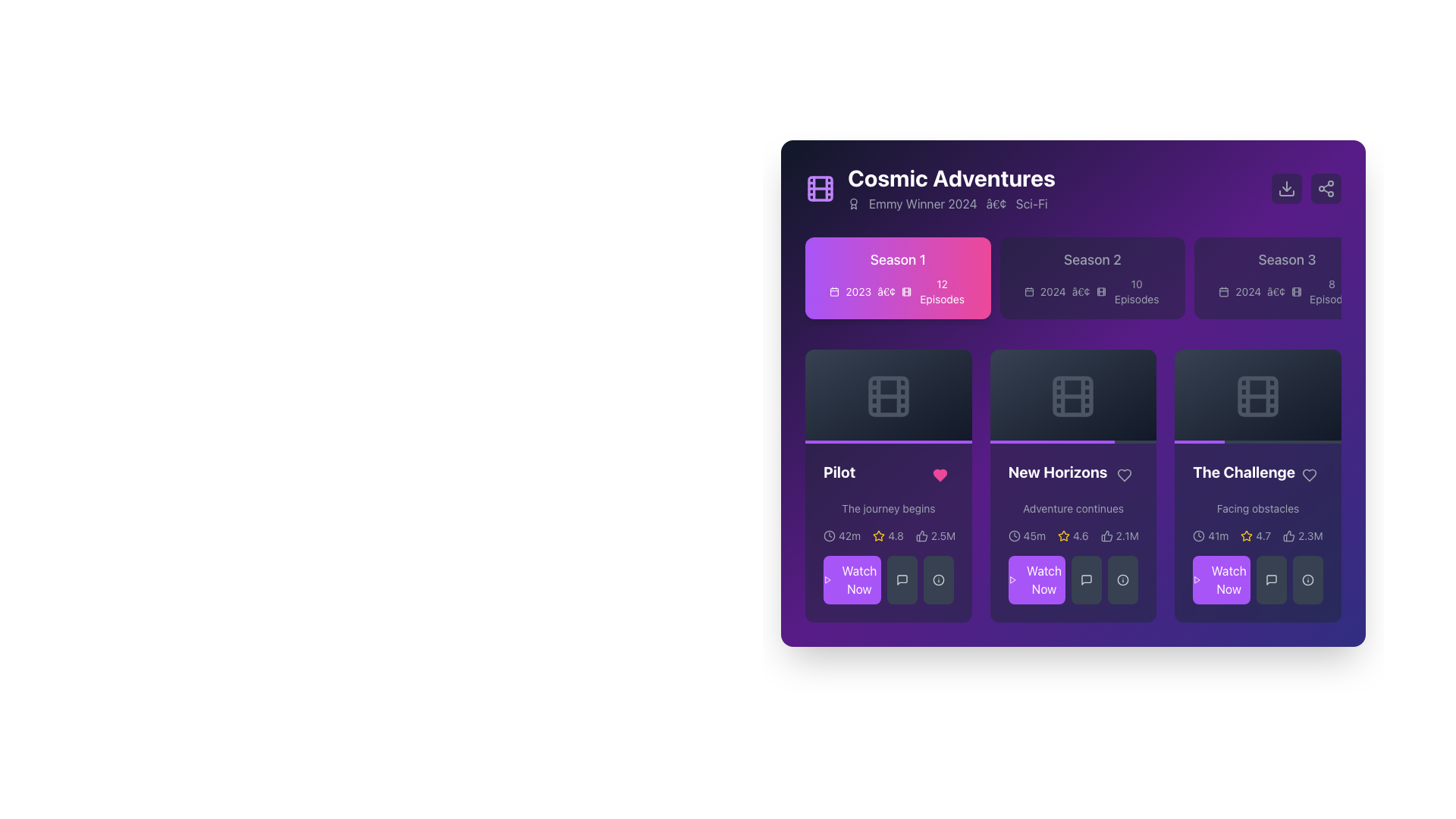  Describe the element at coordinates (1106, 535) in the screenshot. I see `the Thumbs Up SVG Icon in the 'New Horizons' section to like the content` at that location.